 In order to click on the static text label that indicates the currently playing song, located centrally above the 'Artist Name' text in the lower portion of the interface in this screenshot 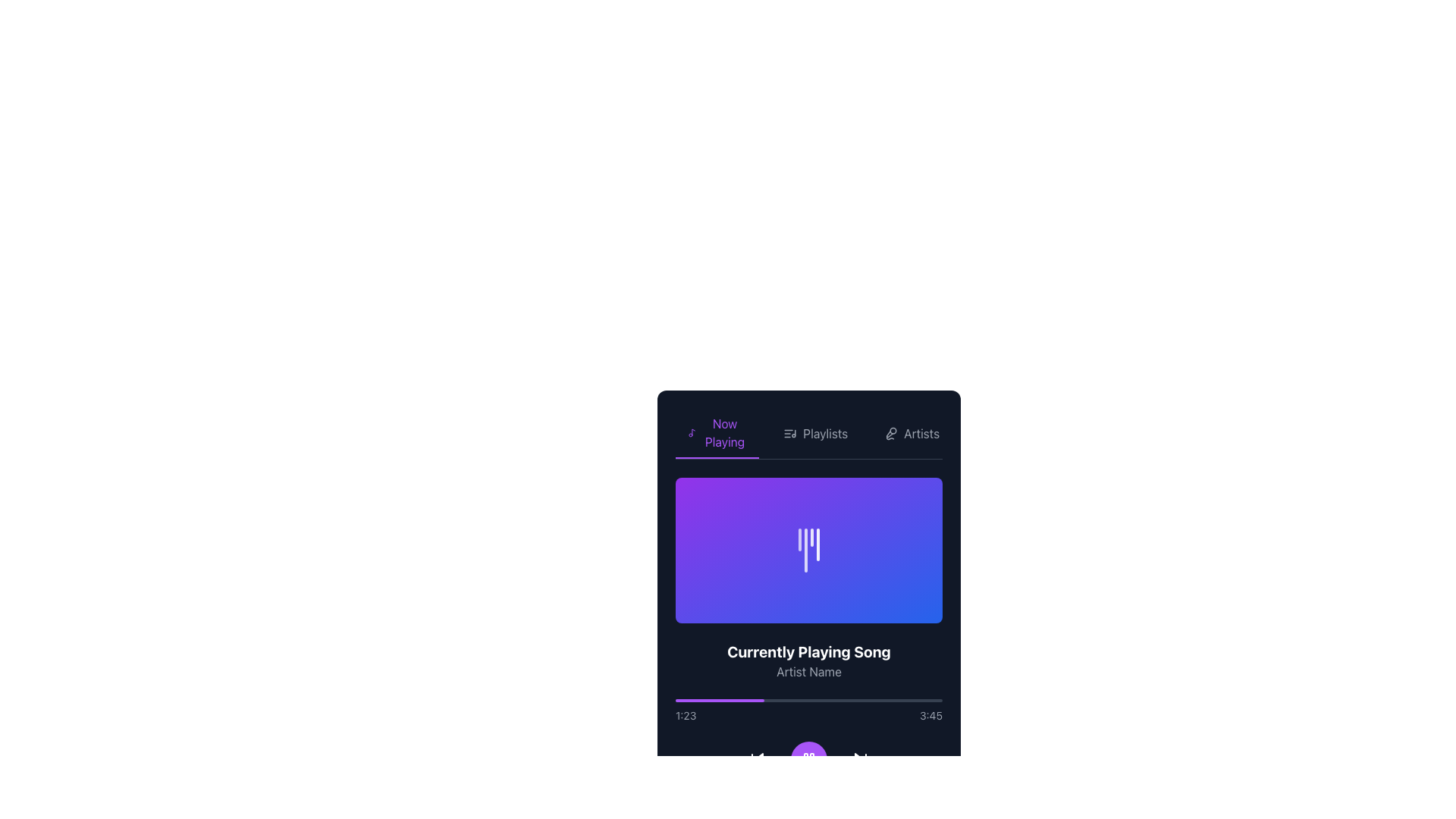, I will do `click(808, 651)`.